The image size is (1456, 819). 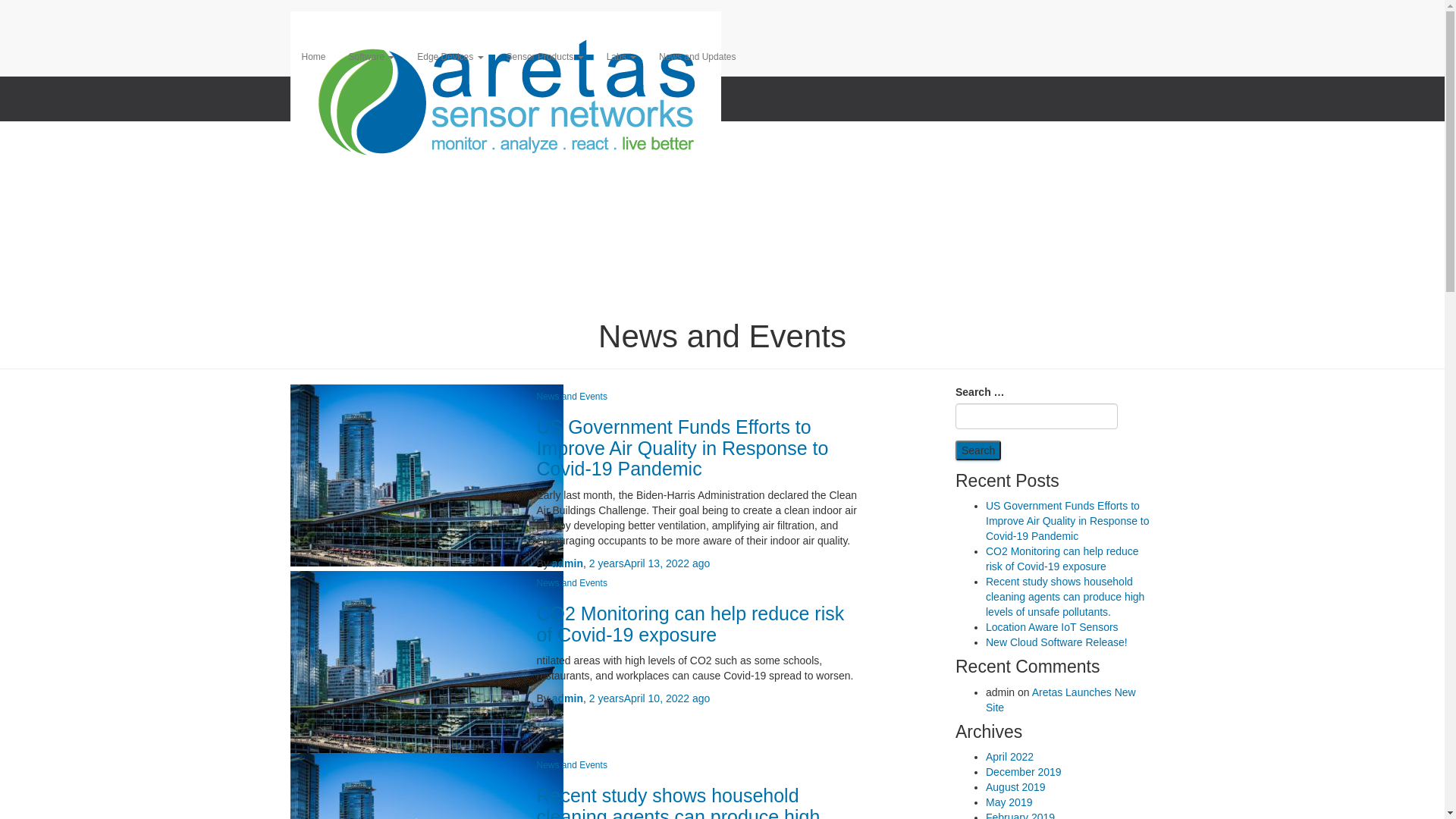 I want to click on 'Search', so click(x=954, y=450).